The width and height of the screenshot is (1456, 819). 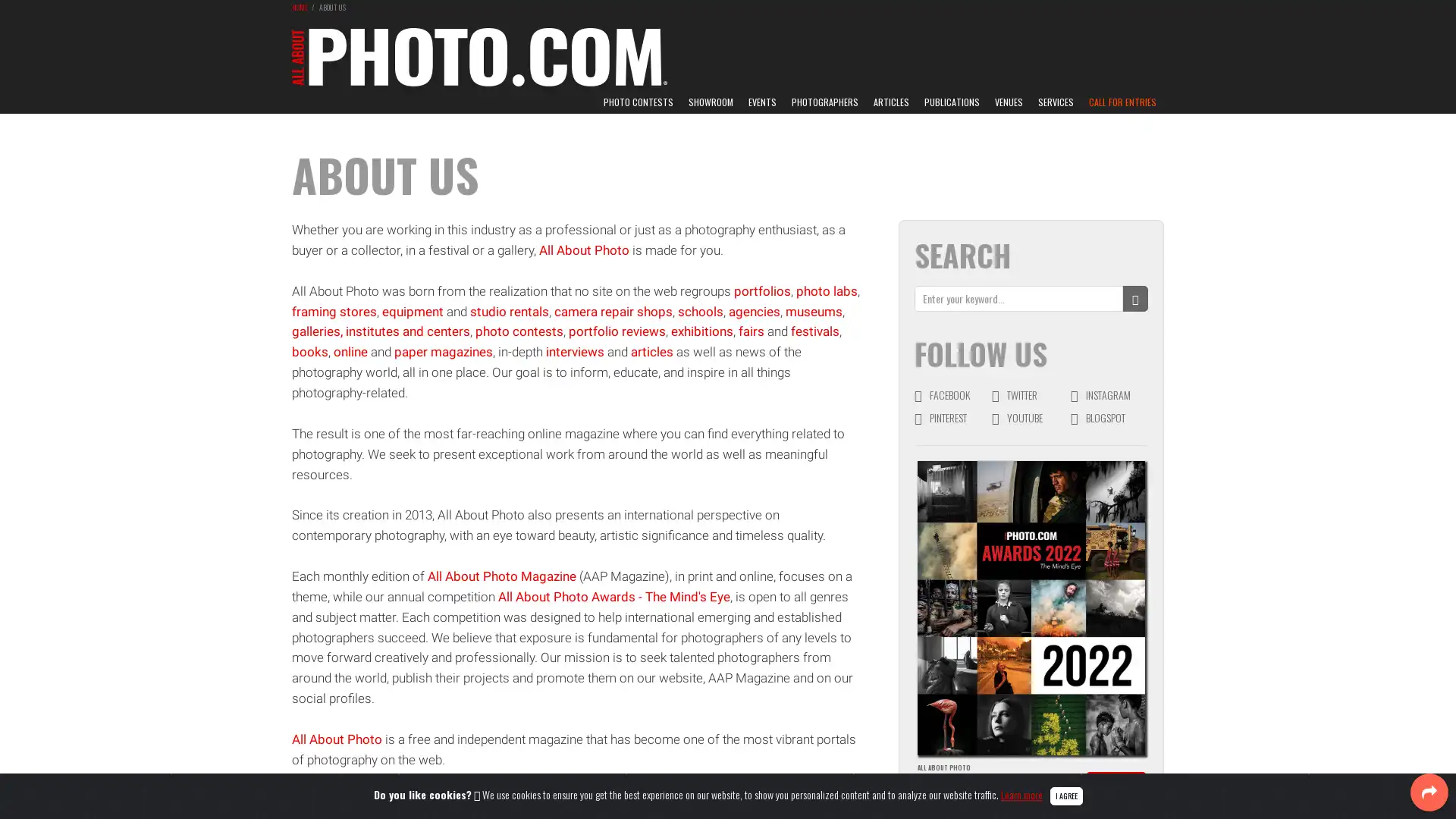 What do you see at coordinates (1122, 102) in the screenshot?
I see `CALL FOR ENTRIES` at bounding box center [1122, 102].